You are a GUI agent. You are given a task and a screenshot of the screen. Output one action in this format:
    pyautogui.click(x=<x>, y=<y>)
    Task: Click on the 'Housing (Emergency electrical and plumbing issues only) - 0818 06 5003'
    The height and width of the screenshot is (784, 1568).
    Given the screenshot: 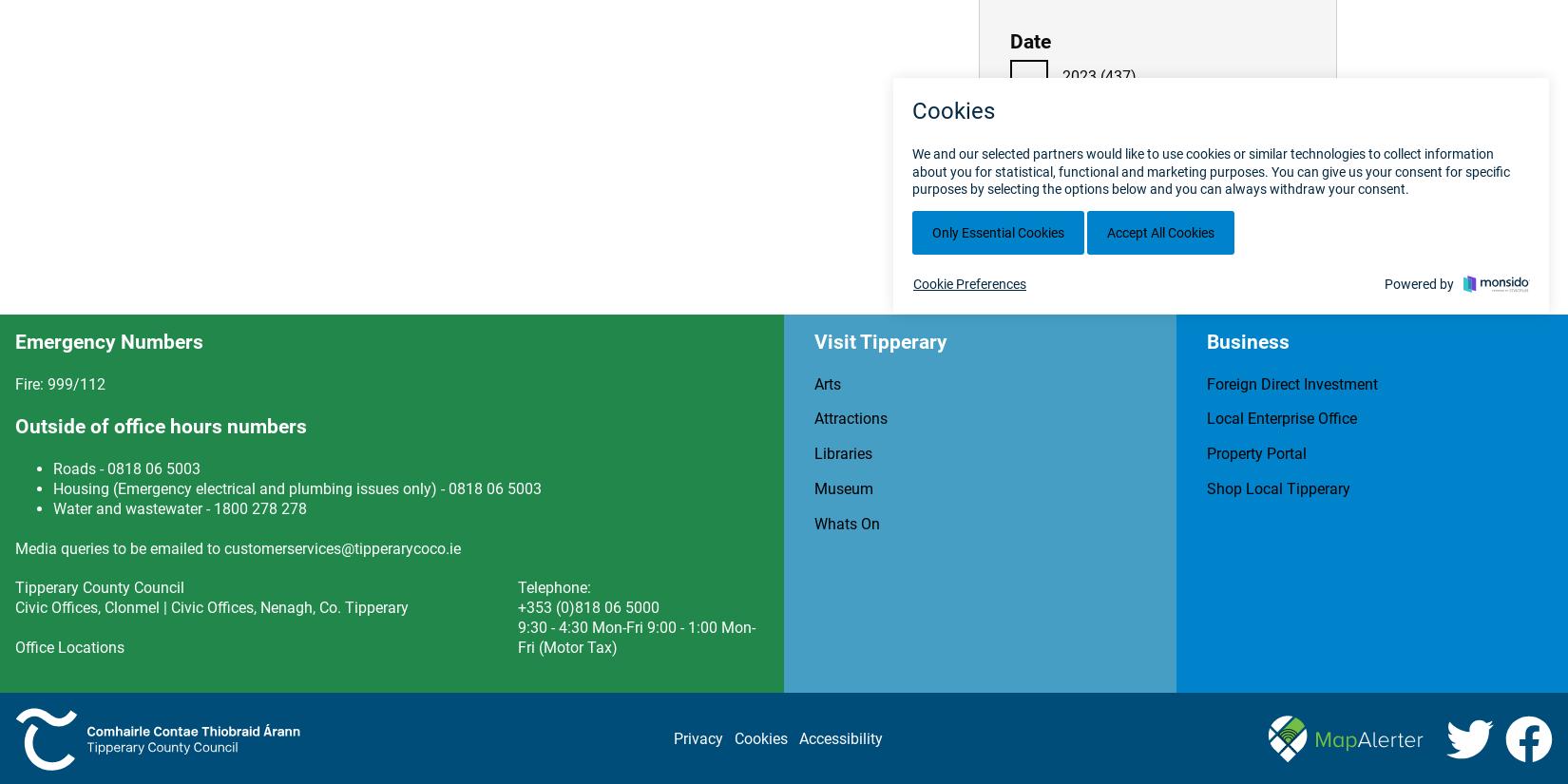 What is the action you would take?
    pyautogui.click(x=297, y=488)
    